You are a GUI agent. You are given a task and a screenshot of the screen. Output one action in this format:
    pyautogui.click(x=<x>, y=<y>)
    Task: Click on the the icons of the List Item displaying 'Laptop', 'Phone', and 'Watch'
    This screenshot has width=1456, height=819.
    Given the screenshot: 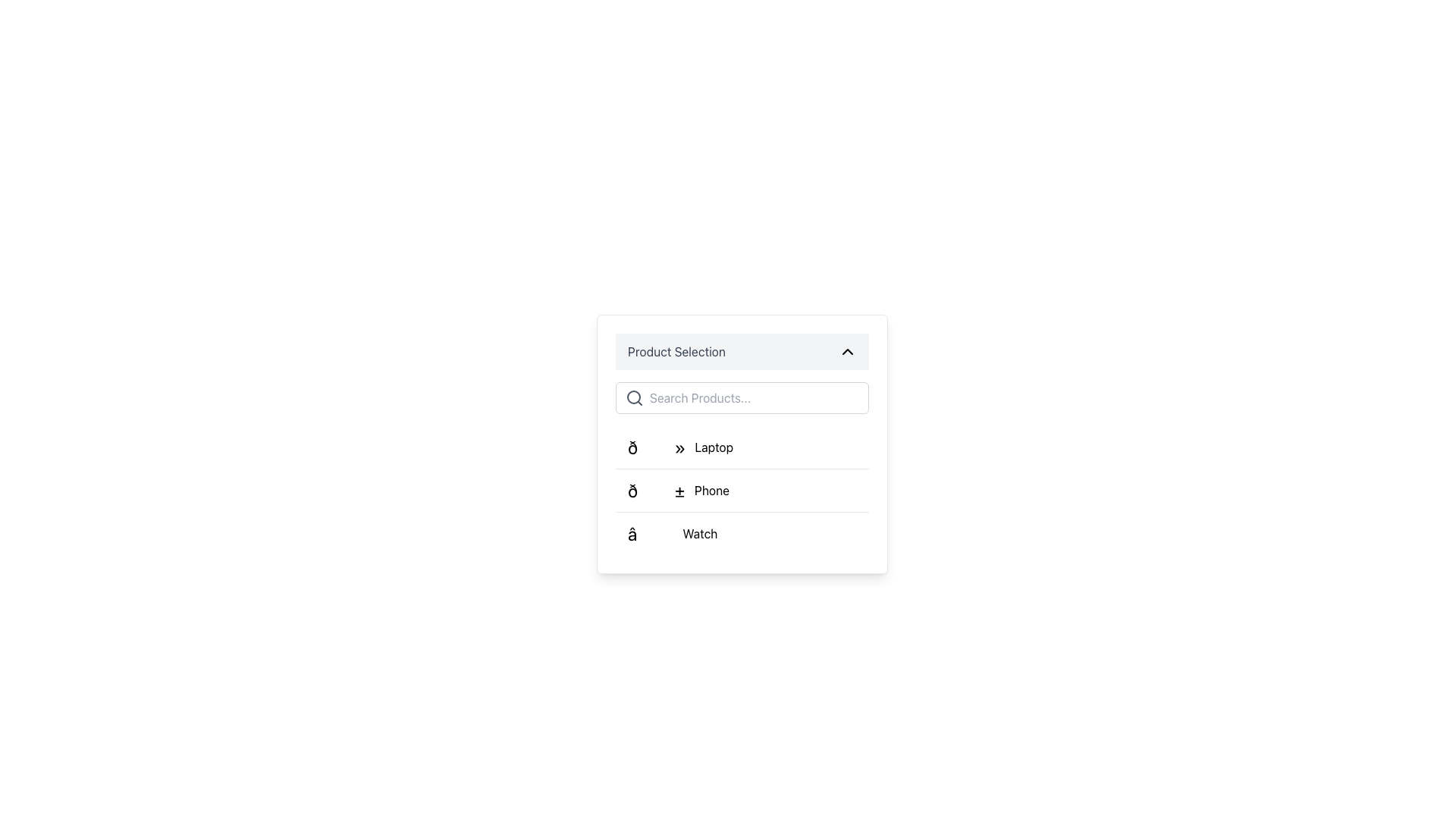 What is the action you would take?
    pyautogui.click(x=742, y=467)
    